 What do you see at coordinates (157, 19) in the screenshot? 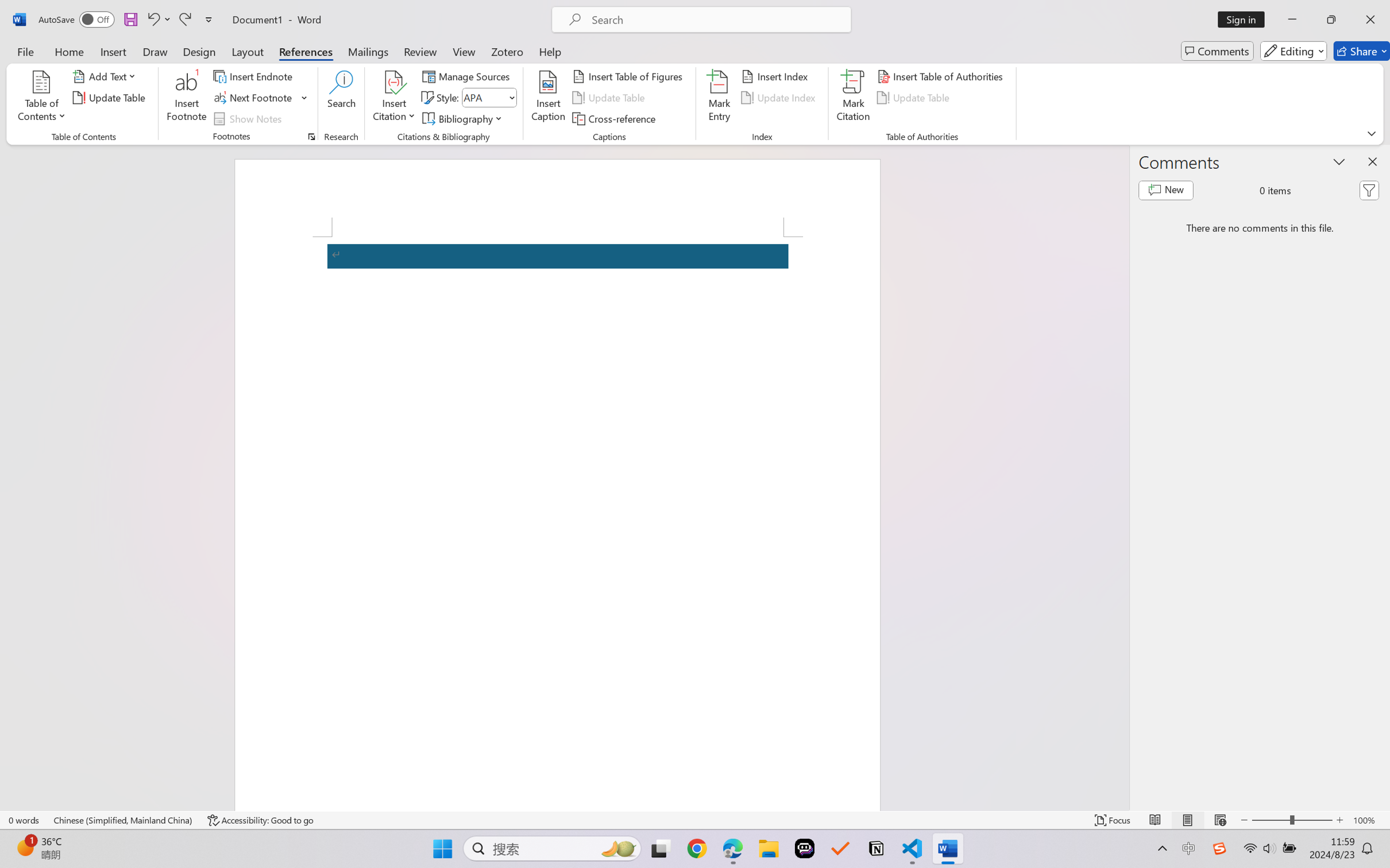
I see `'Undo Apply Quick Style Set'` at bounding box center [157, 19].